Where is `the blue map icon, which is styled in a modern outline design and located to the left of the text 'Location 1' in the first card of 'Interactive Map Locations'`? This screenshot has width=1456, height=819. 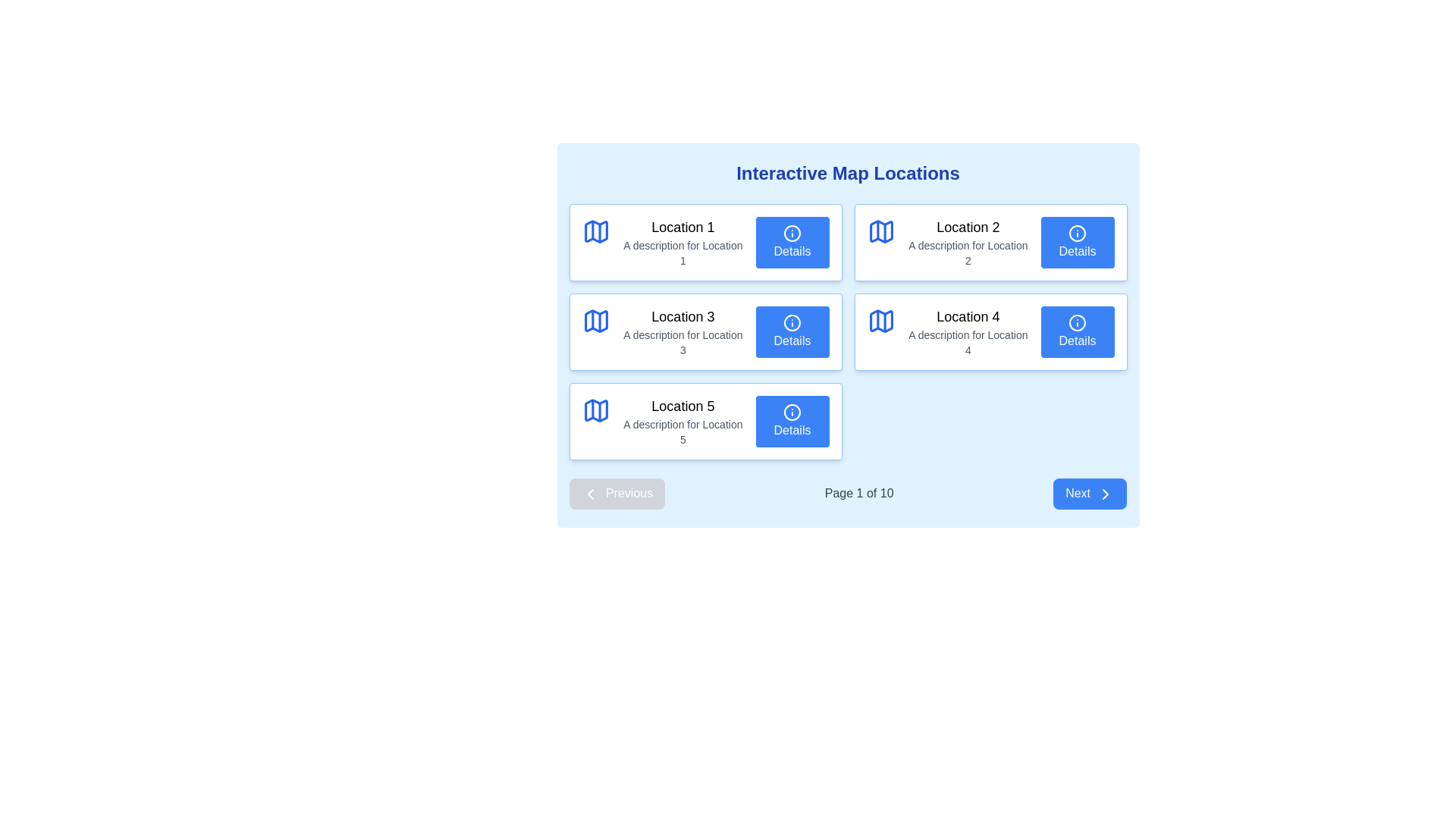 the blue map icon, which is styled in a modern outline design and located to the left of the text 'Location 1' in the first card of 'Interactive Map Locations' is located at coordinates (595, 231).